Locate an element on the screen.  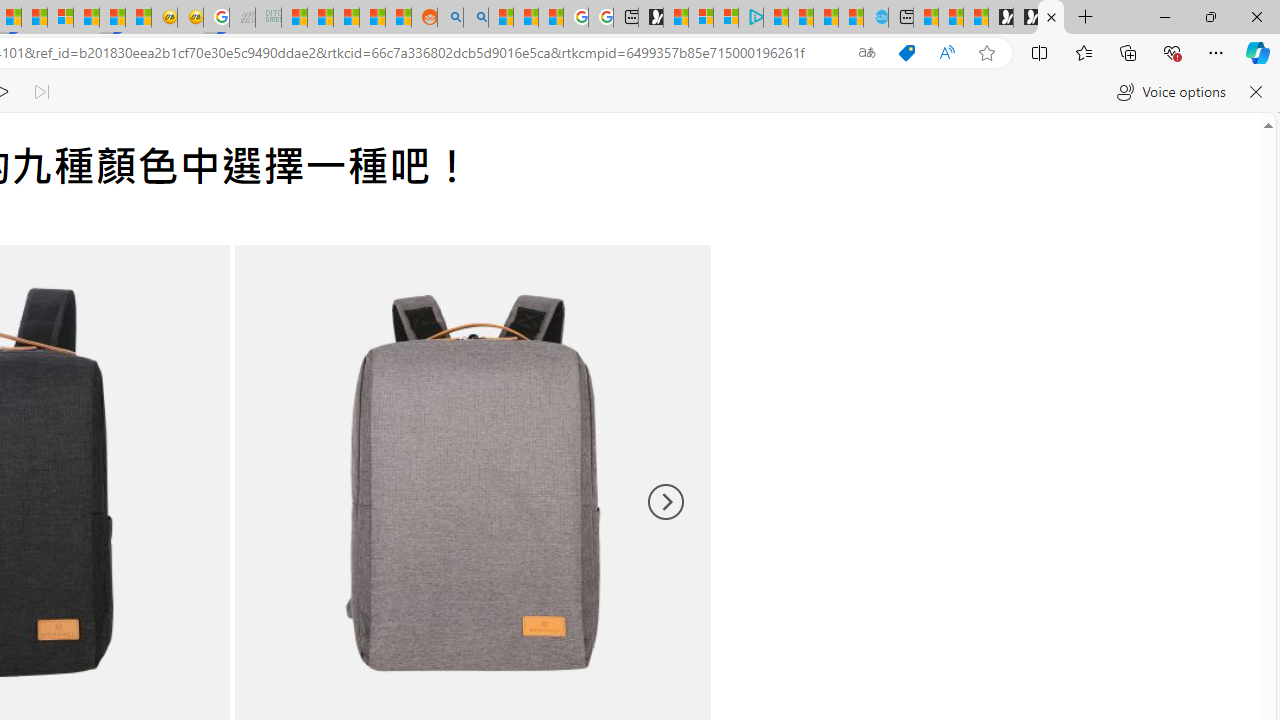
'New Tab' is located at coordinates (1085, 17).